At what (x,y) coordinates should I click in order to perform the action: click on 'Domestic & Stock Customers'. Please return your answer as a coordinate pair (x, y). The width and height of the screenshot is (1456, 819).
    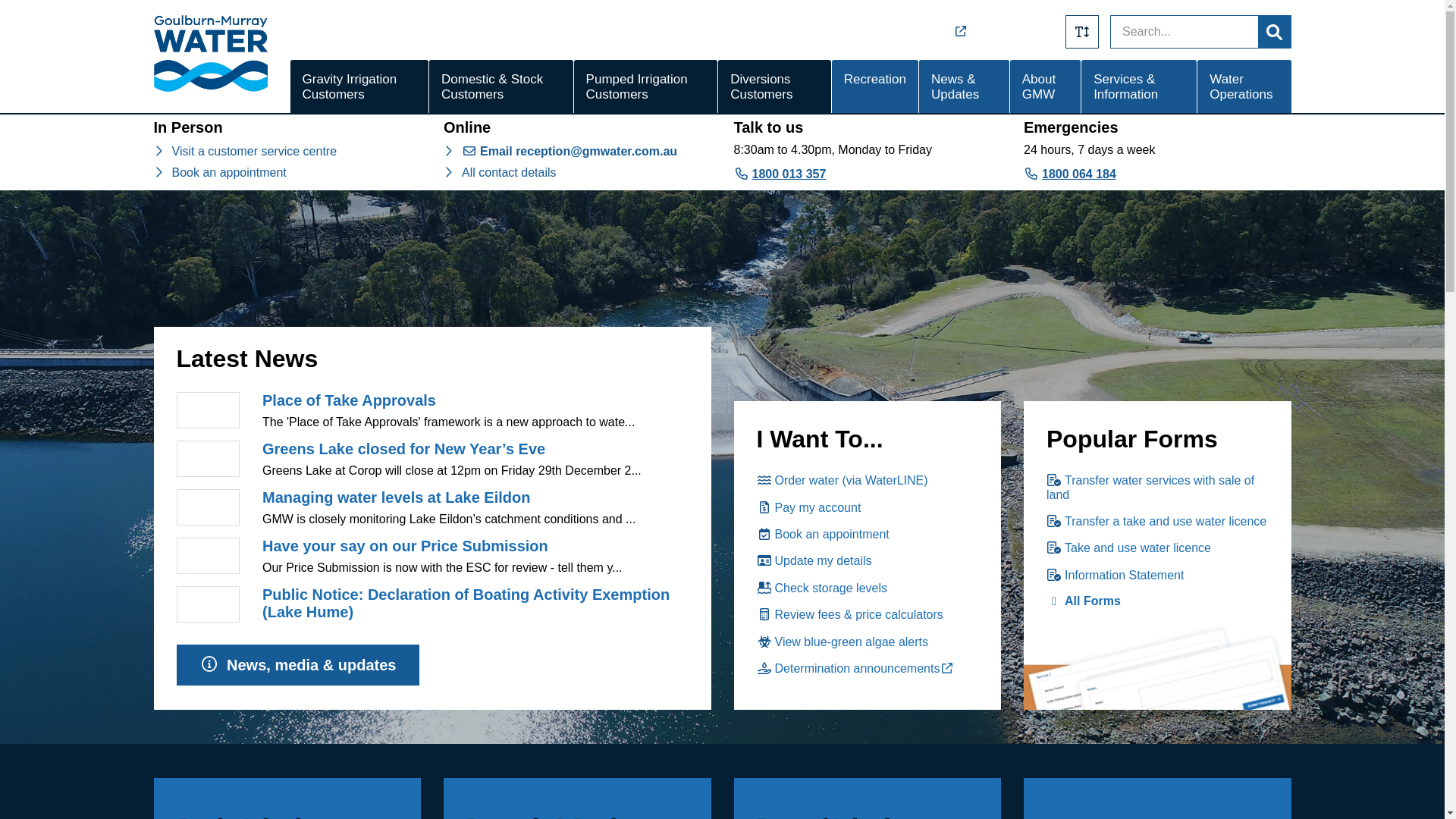
    Looking at the image, I should click on (501, 87).